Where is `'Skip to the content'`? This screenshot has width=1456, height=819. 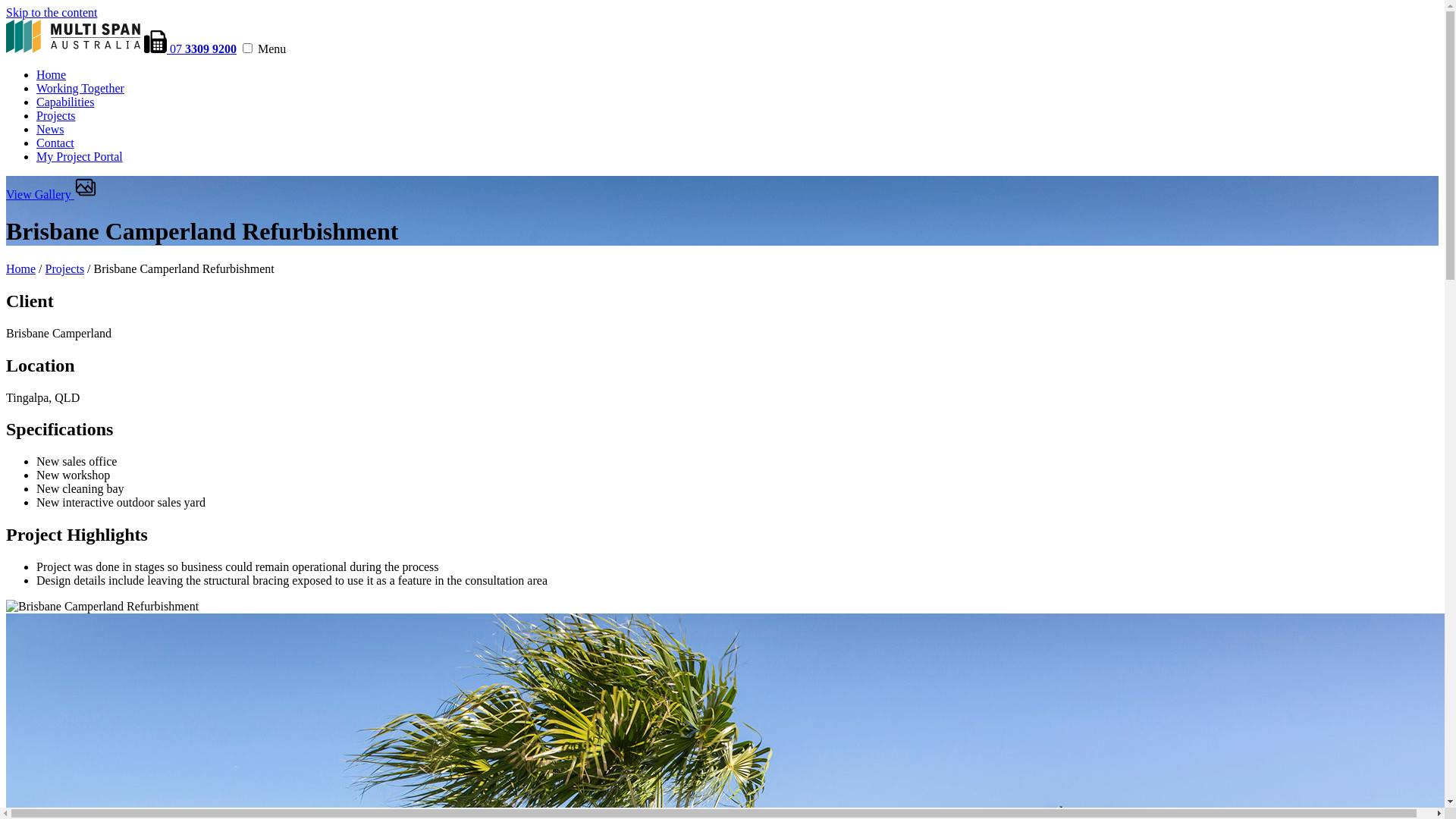
'Skip to the content' is located at coordinates (51, 12).